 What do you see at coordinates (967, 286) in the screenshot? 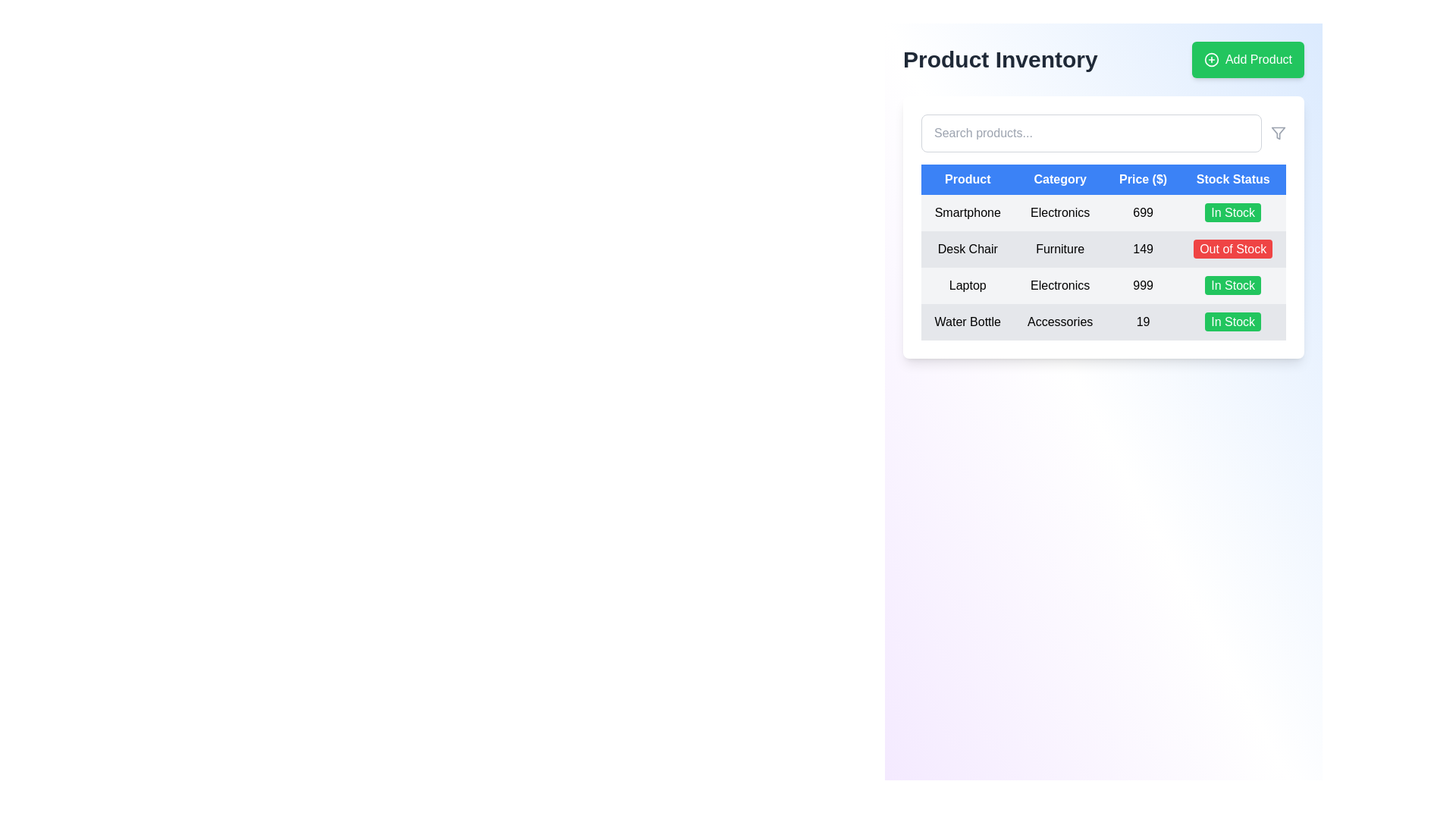
I see `the static text field displaying 'Laptop' in bold, black font, located in the first position of the product column in the third data row of the table` at bounding box center [967, 286].